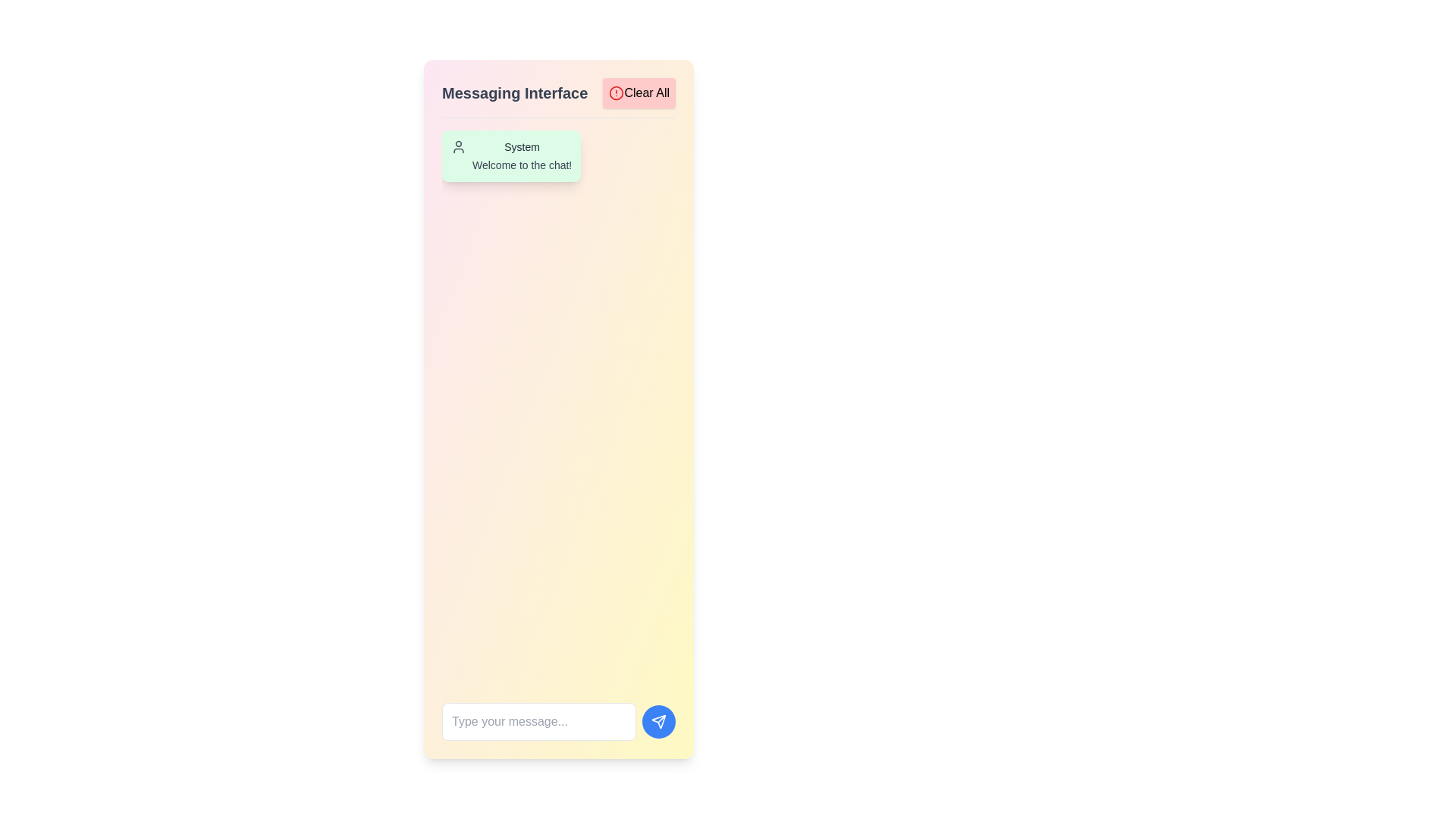 The width and height of the screenshot is (1456, 819). I want to click on the informational text area that serves as a system message welcoming the user to the chat, positioned below the 'Messaging Interface' header and to the left side of the chat interface, so click(558, 155).